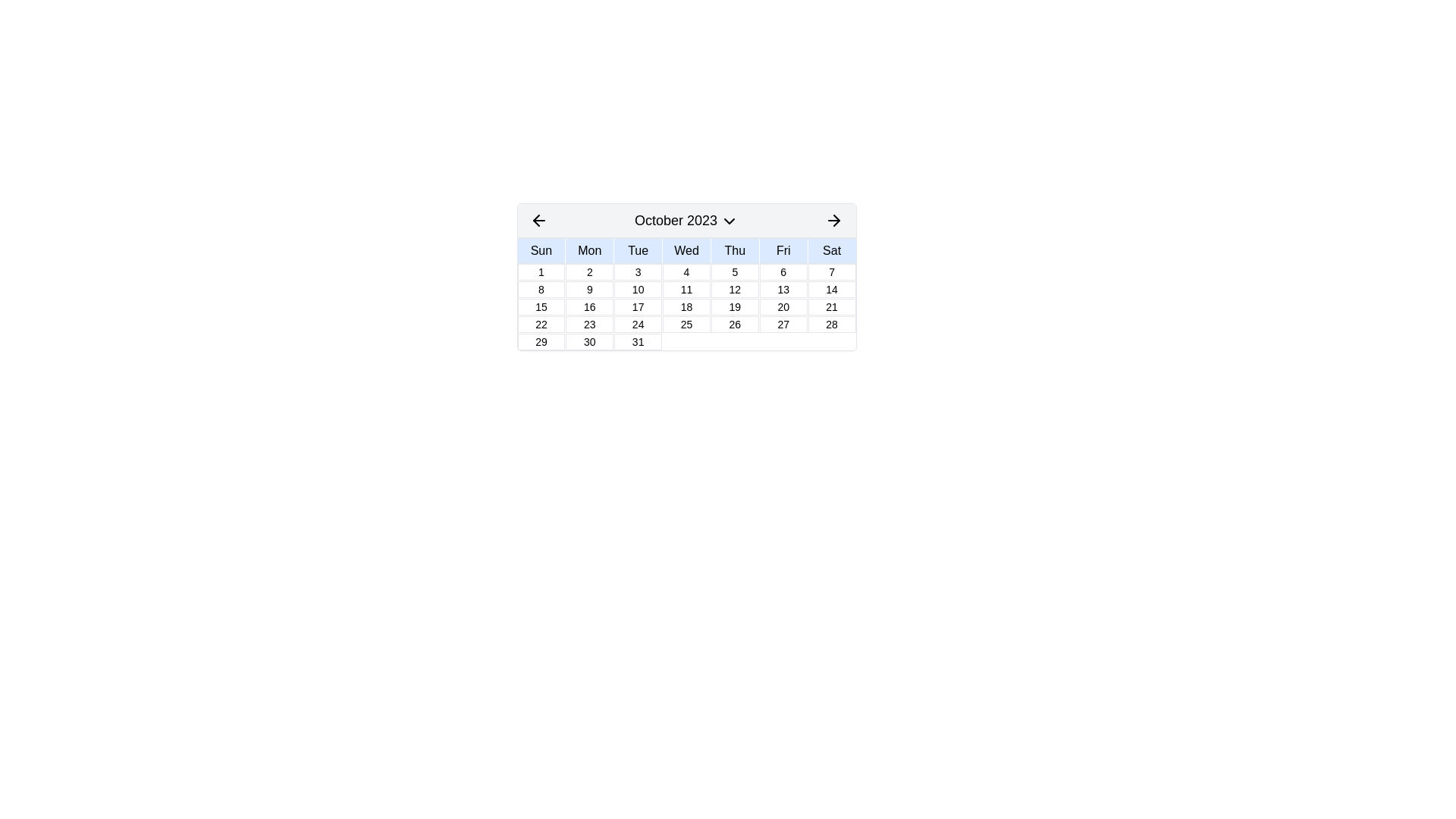  I want to click on the text element displaying the number '1' in the Sunday cell of the calendar grid by moving the mouse to its center point, so click(541, 271).